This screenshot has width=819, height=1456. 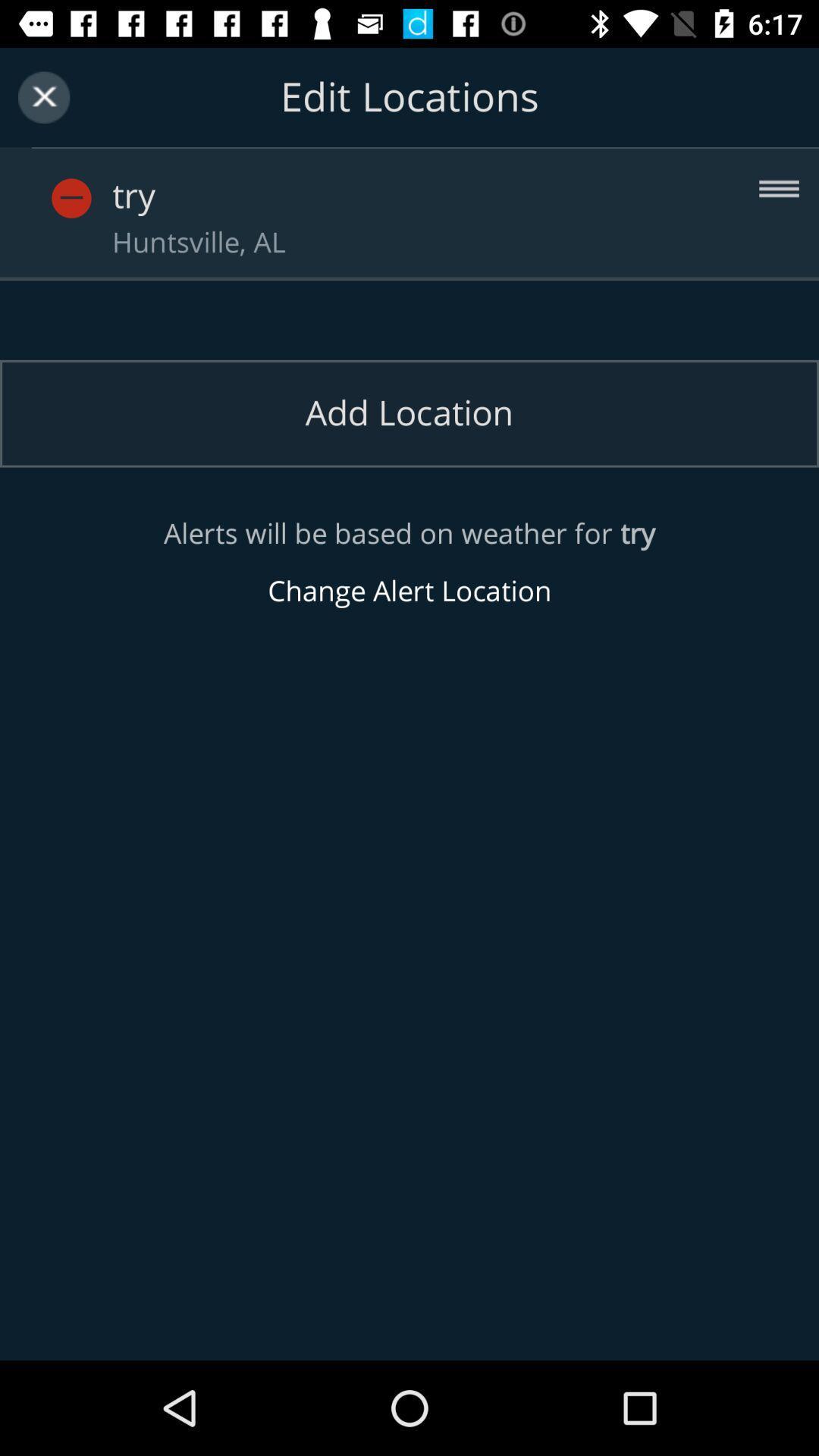 What do you see at coordinates (71, 197) in the screenshot?
I see `delete` at bounding box center [71, 197].